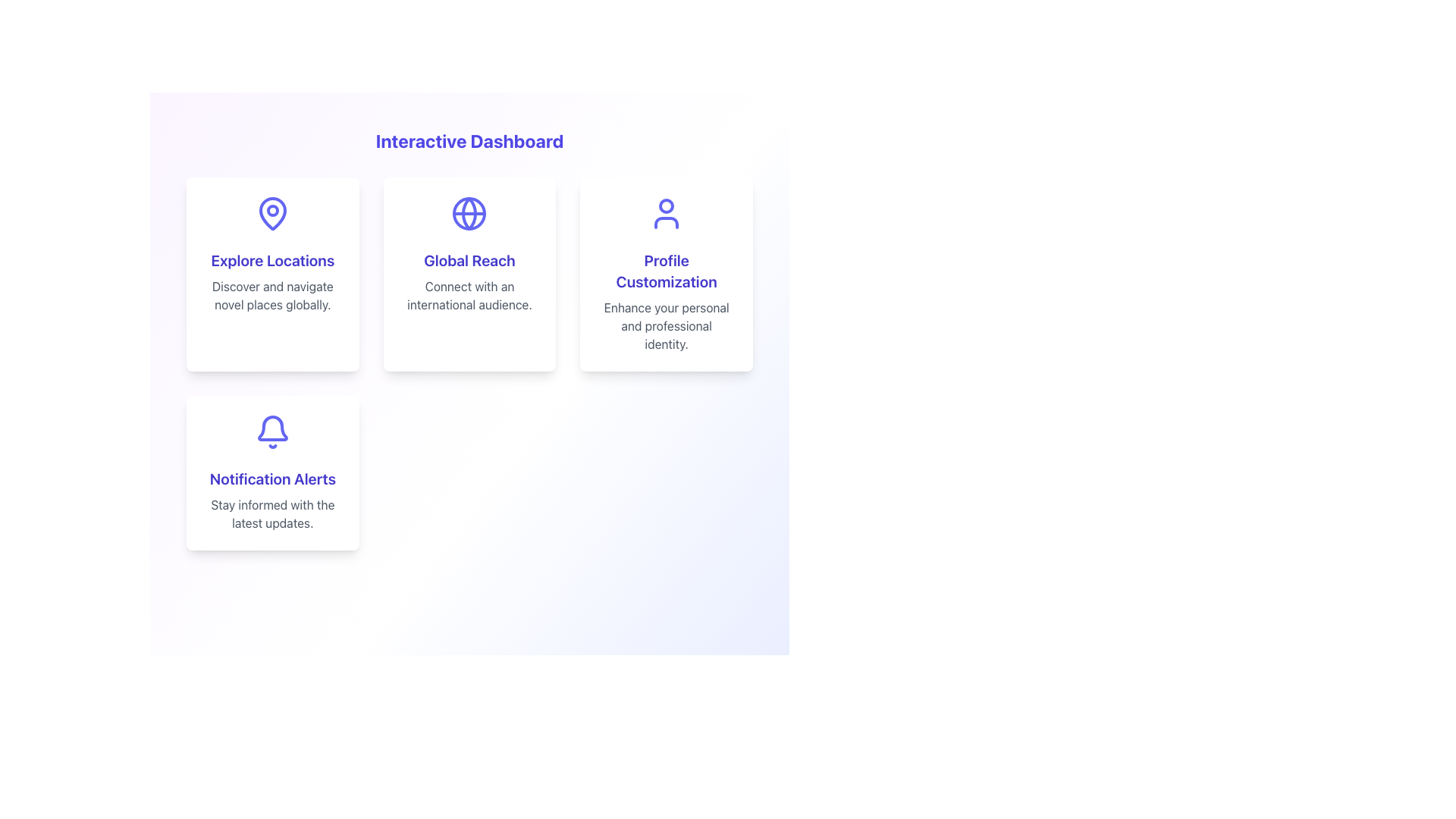 This screenshot has width=1456, height=819. Describe the element at coordinates (667, 206) in the screenshot. I see `the circular SVG element that represents the user profile icon, located at the top area of the icon within the 'Profile Customization' section` at that location.